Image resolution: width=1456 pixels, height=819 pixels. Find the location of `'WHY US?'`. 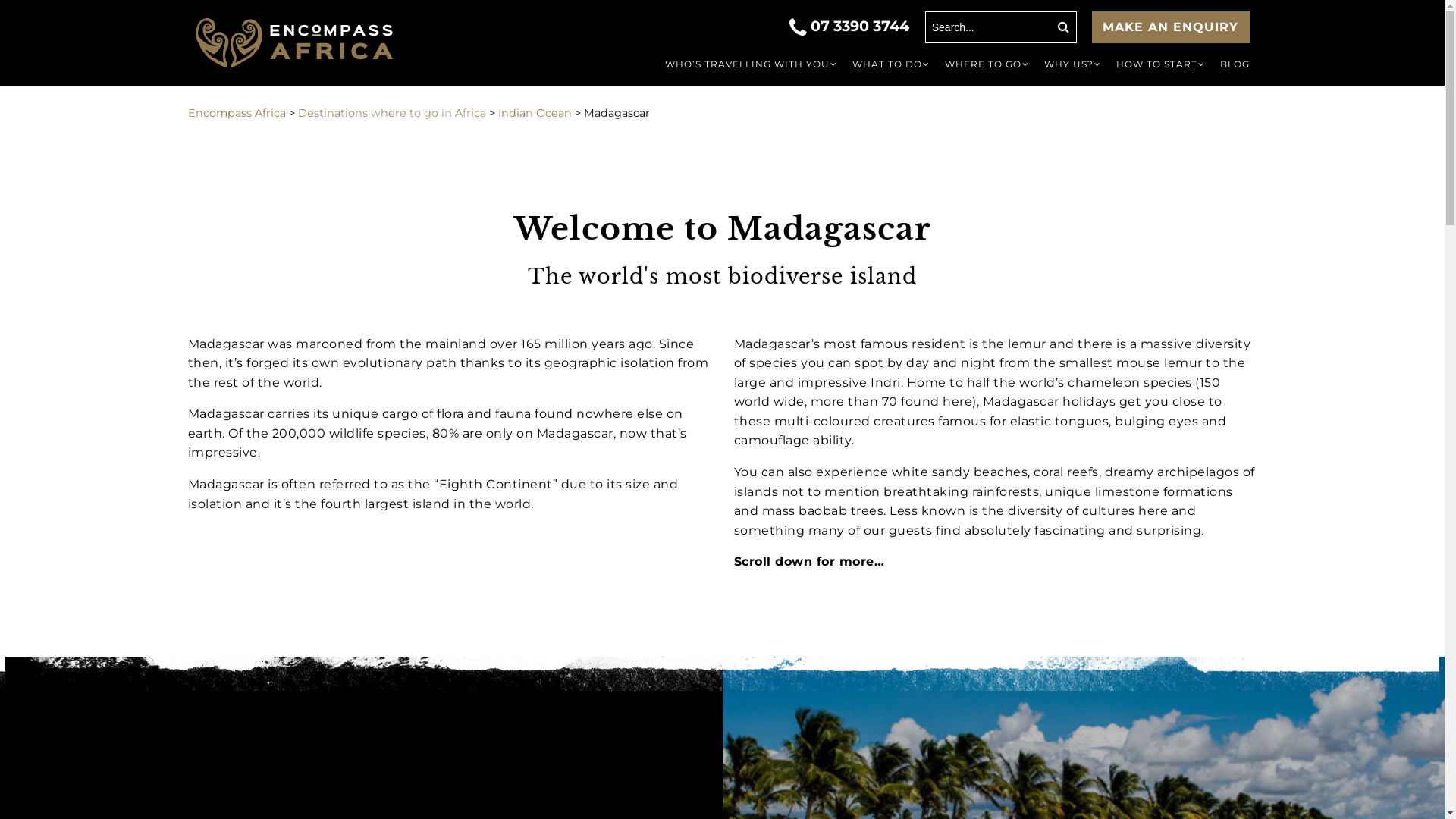

'WHY US?' is located at coordinates (1071, 63).